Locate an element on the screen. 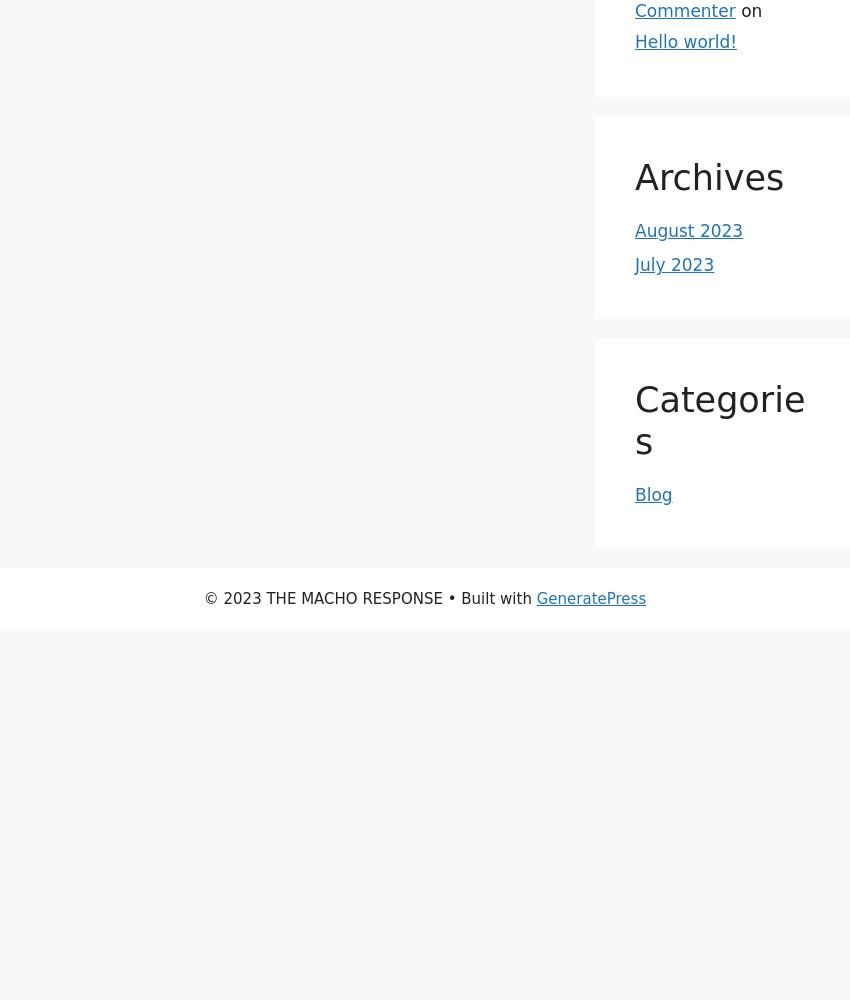 The image size is (850, 1000). '• Built with' is located at coordinates (489, 598).